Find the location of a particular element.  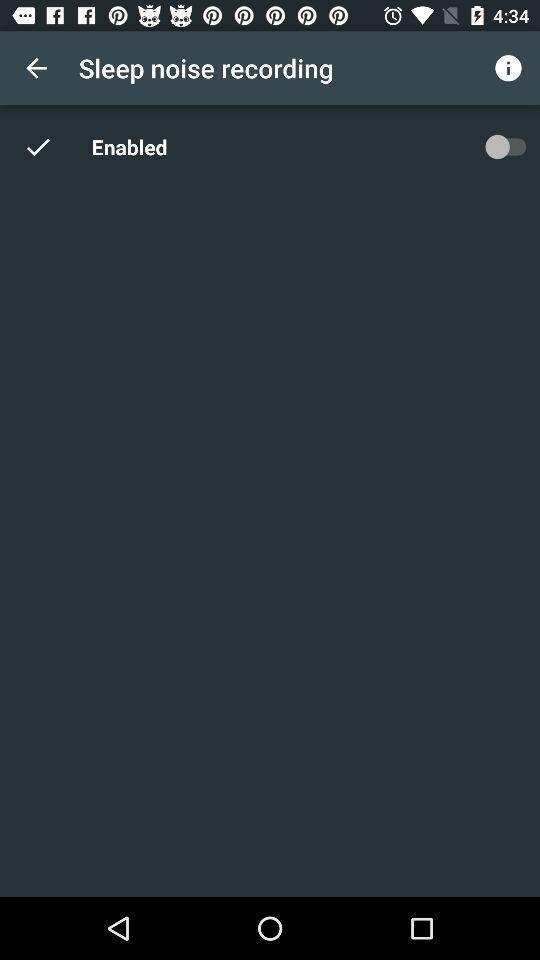

the icon next to enabled is located at coordinates (49, 145).